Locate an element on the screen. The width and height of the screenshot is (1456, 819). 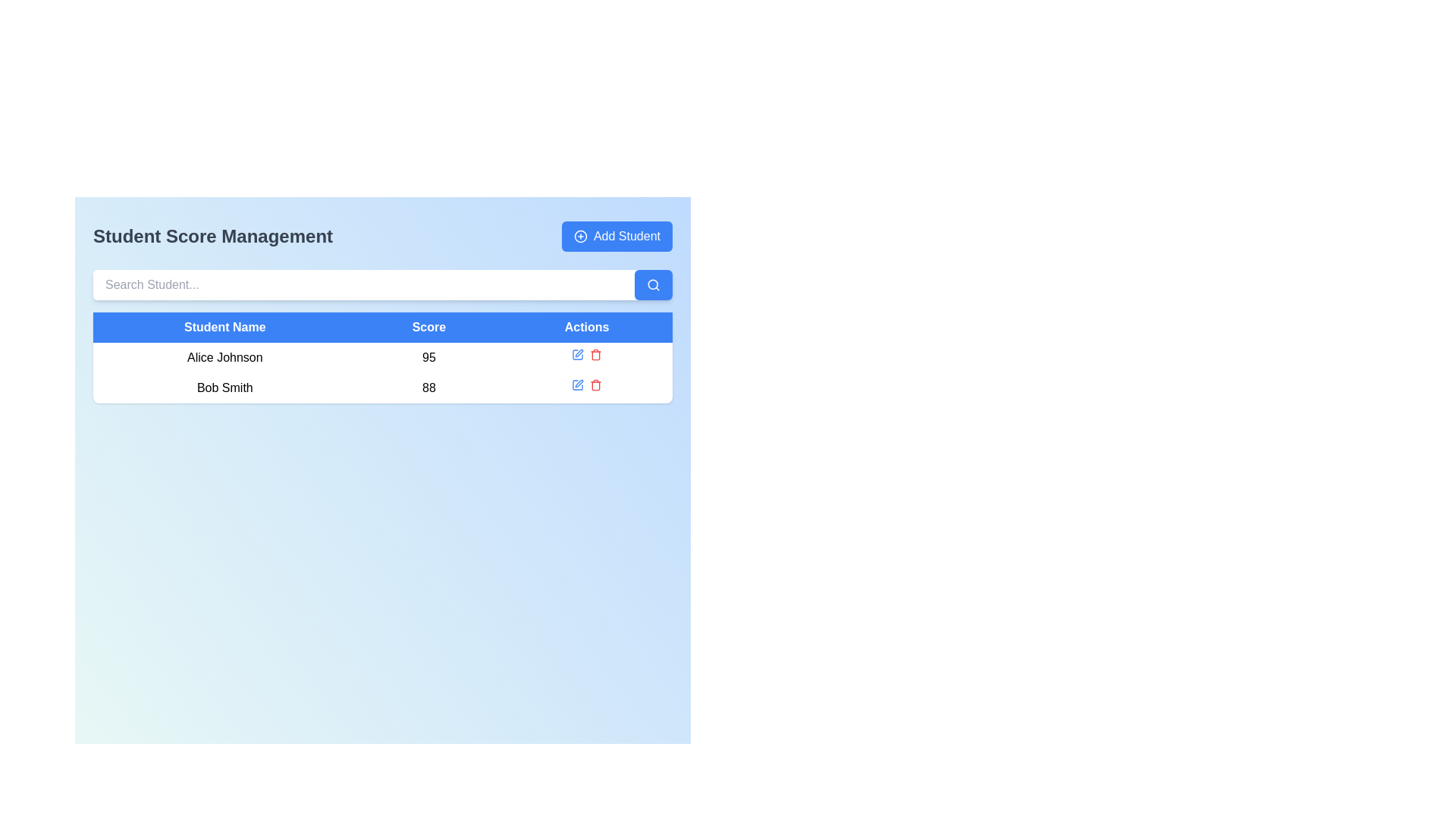
the edit icon located in the 'Actions' column of the table for the student 'Bob Smith' to initiate editing is located at coordinates (577, 384).